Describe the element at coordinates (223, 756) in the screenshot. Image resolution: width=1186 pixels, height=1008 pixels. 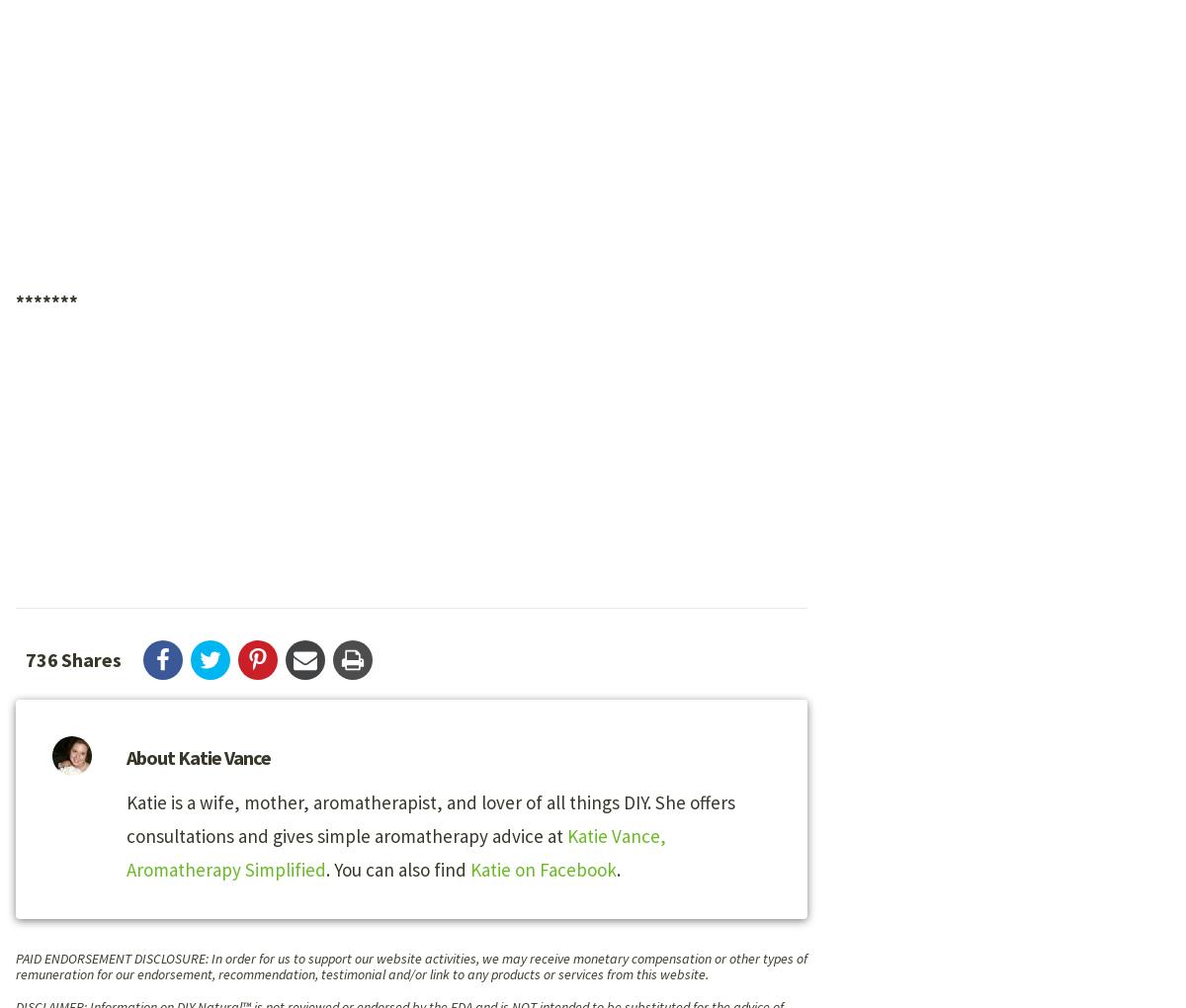
I see `'Katie Vance'` at that location.